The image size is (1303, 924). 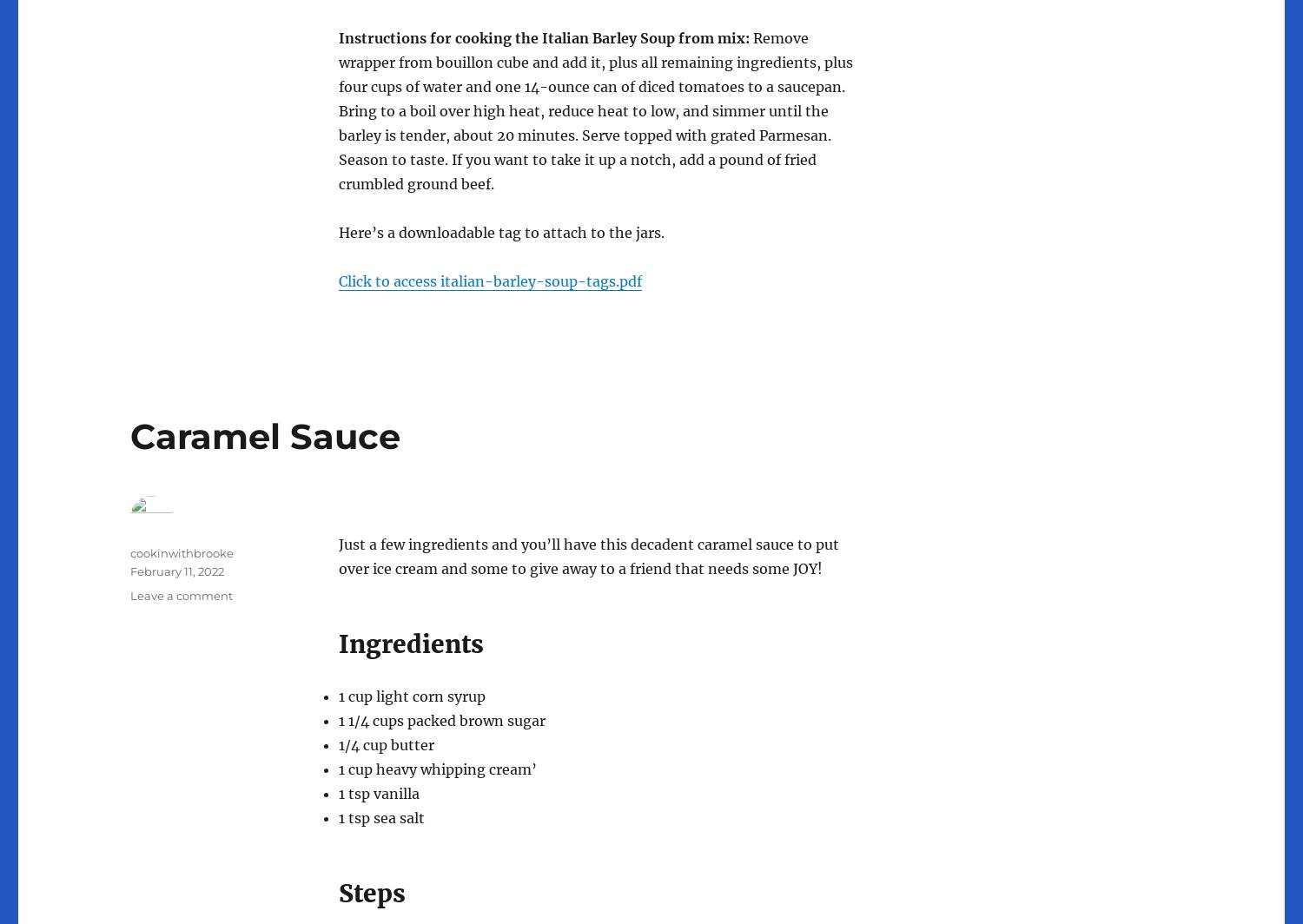 I want to click on 'Caramel Sauce', so click(x=265, y=435).